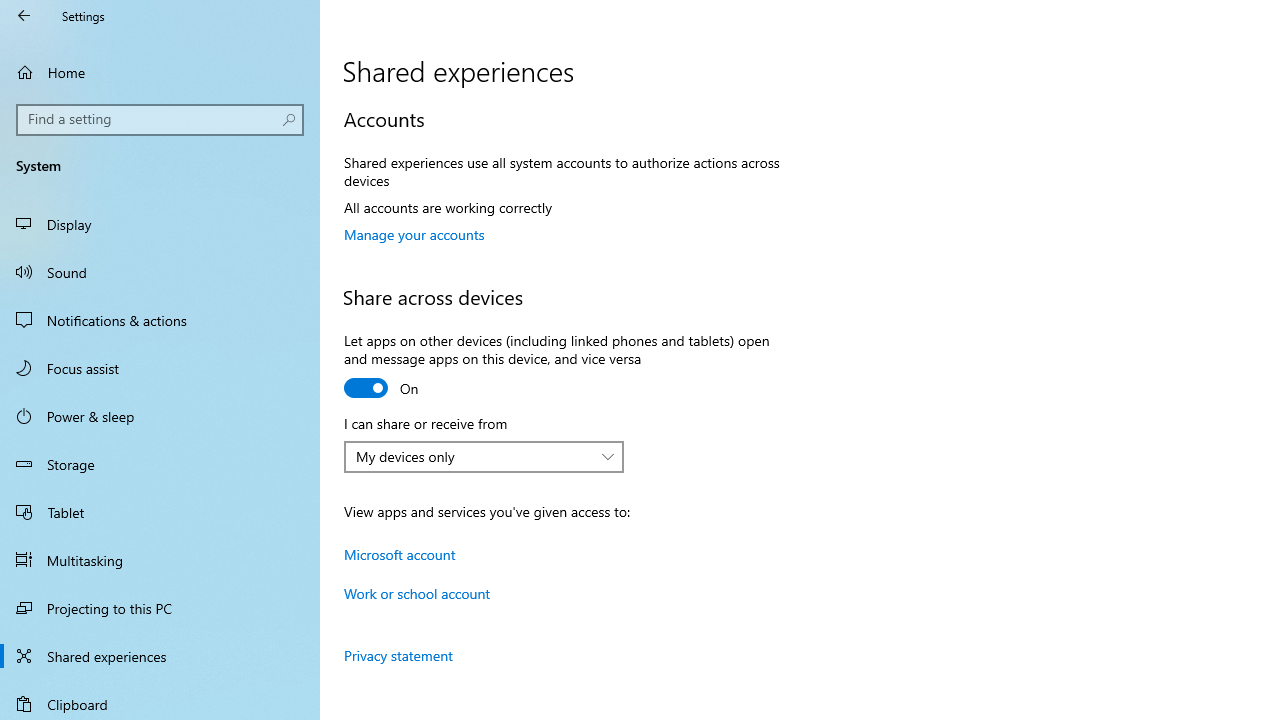 The height and width of the screenshot is (720, 1280). Describe the element at coordinates (160, 559) in the screenshot. I see `'Multitasking'` at that location.